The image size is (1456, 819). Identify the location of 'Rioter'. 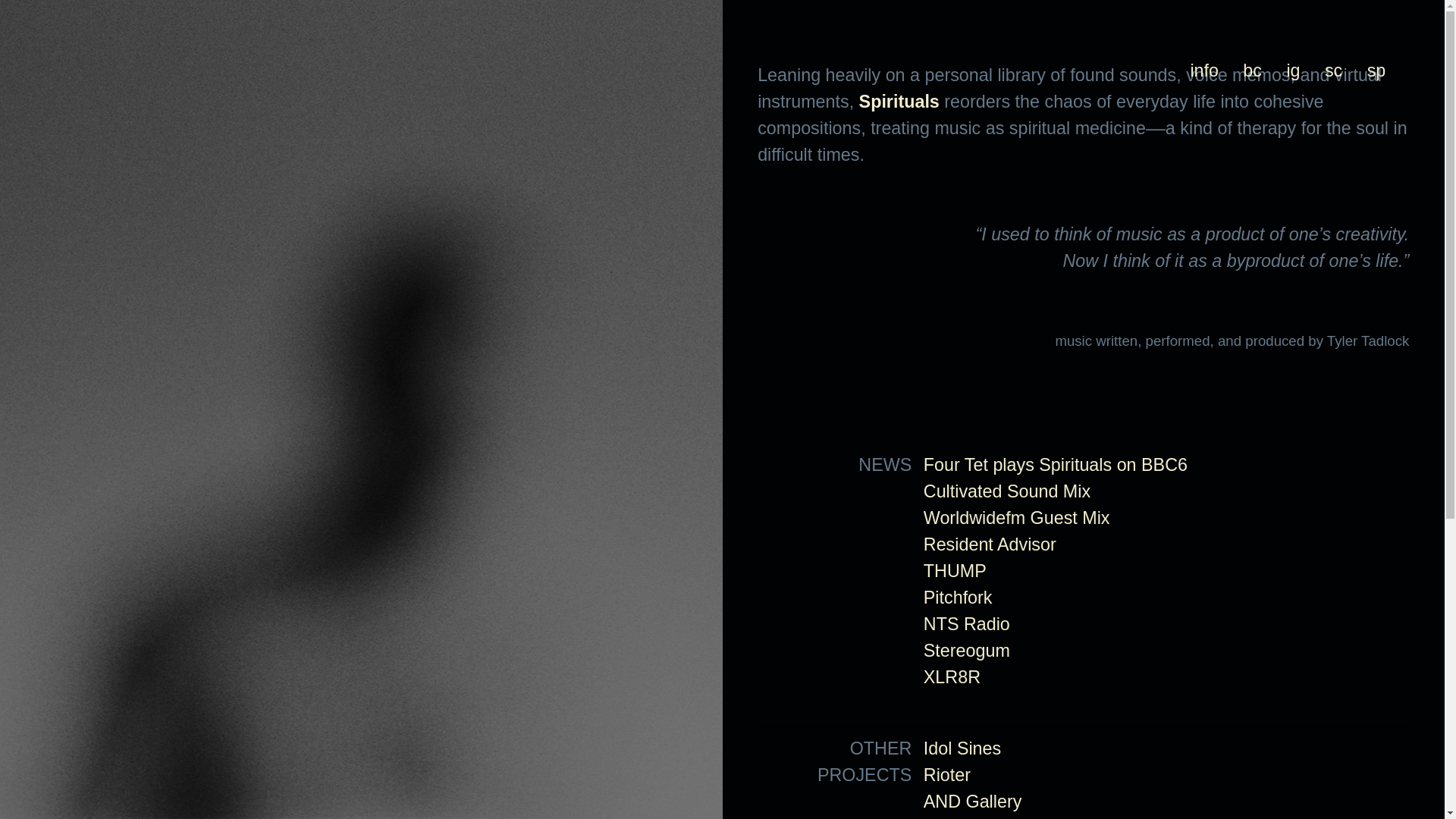
(946, 775).